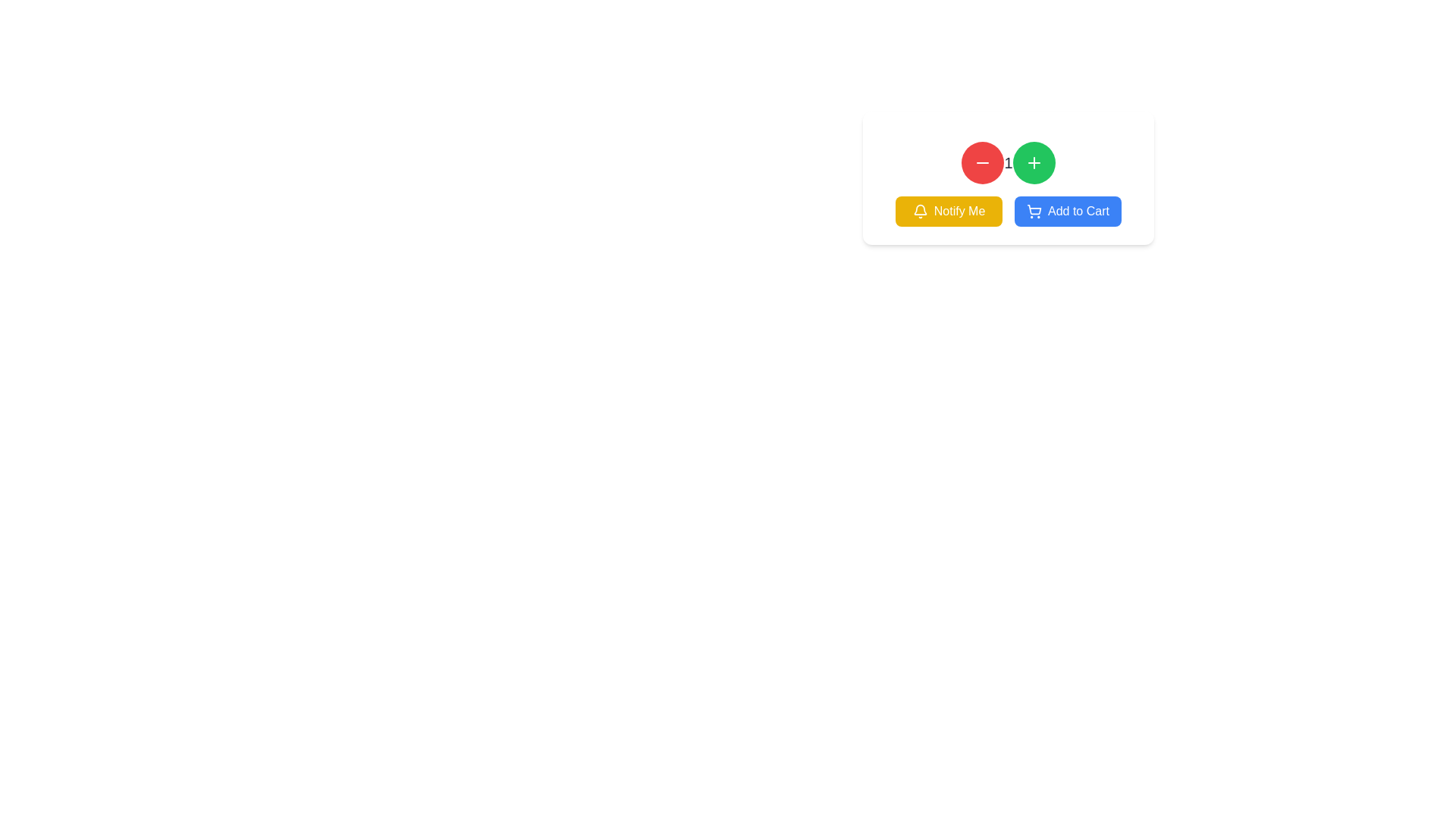 The height and width of the screenshot is (819, 1456). What do you see at coordinates (1008, 163) in the screenshot?
I see `the prominent single-digit number '1' displayed in large gray font, which is centrally aligned between the decrement and increment buttons` at bounding box center [1008, 163].